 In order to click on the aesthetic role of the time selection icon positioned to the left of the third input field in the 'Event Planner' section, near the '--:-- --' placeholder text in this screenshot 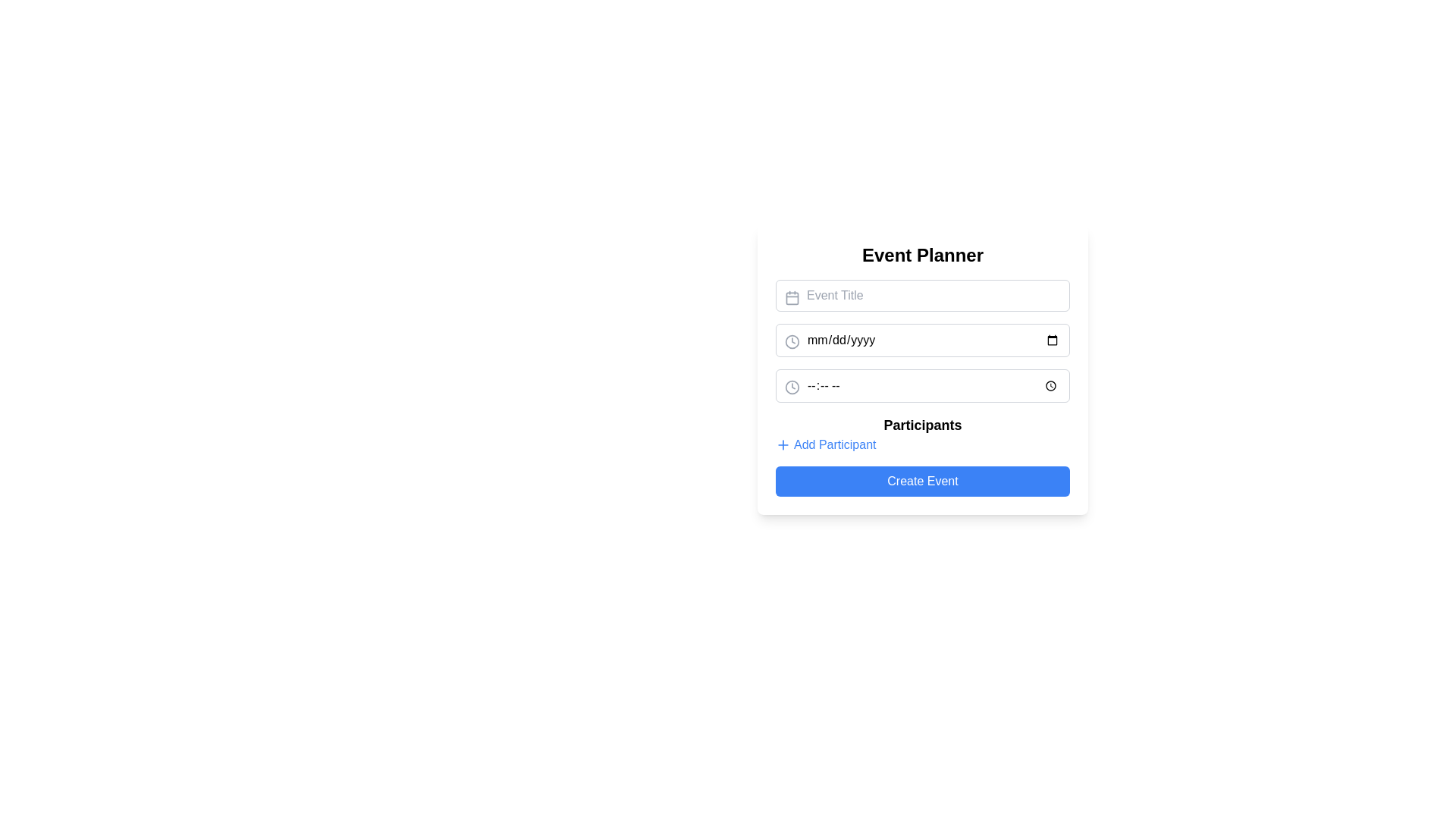, I will do `click(792, 386)`.